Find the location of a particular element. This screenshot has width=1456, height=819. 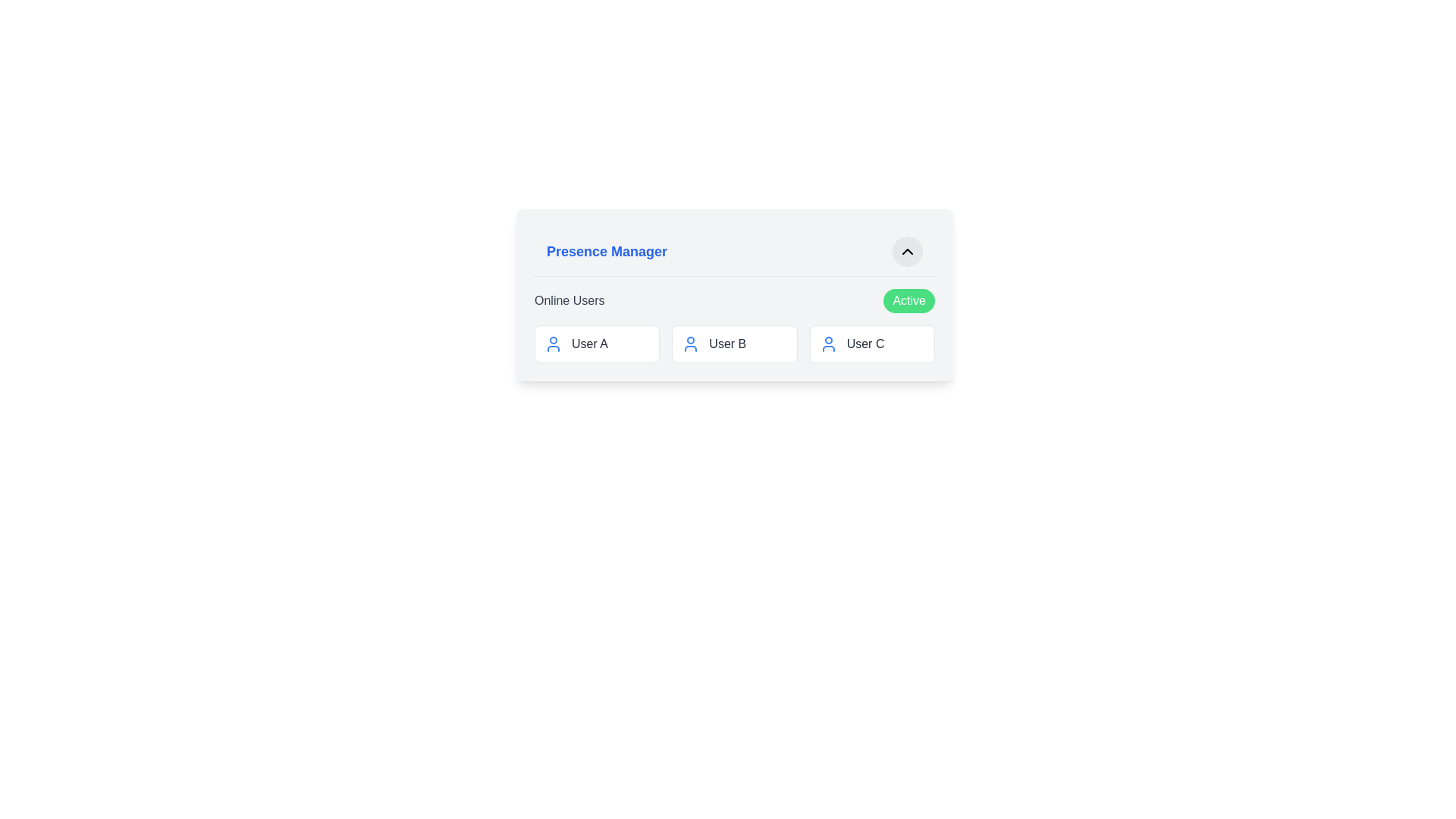

the Status indicator label which is a small, rounded button with a green background and the text 'Active' in white, located to the right of the 'Online Users' text is located at coordinates (909, 301).